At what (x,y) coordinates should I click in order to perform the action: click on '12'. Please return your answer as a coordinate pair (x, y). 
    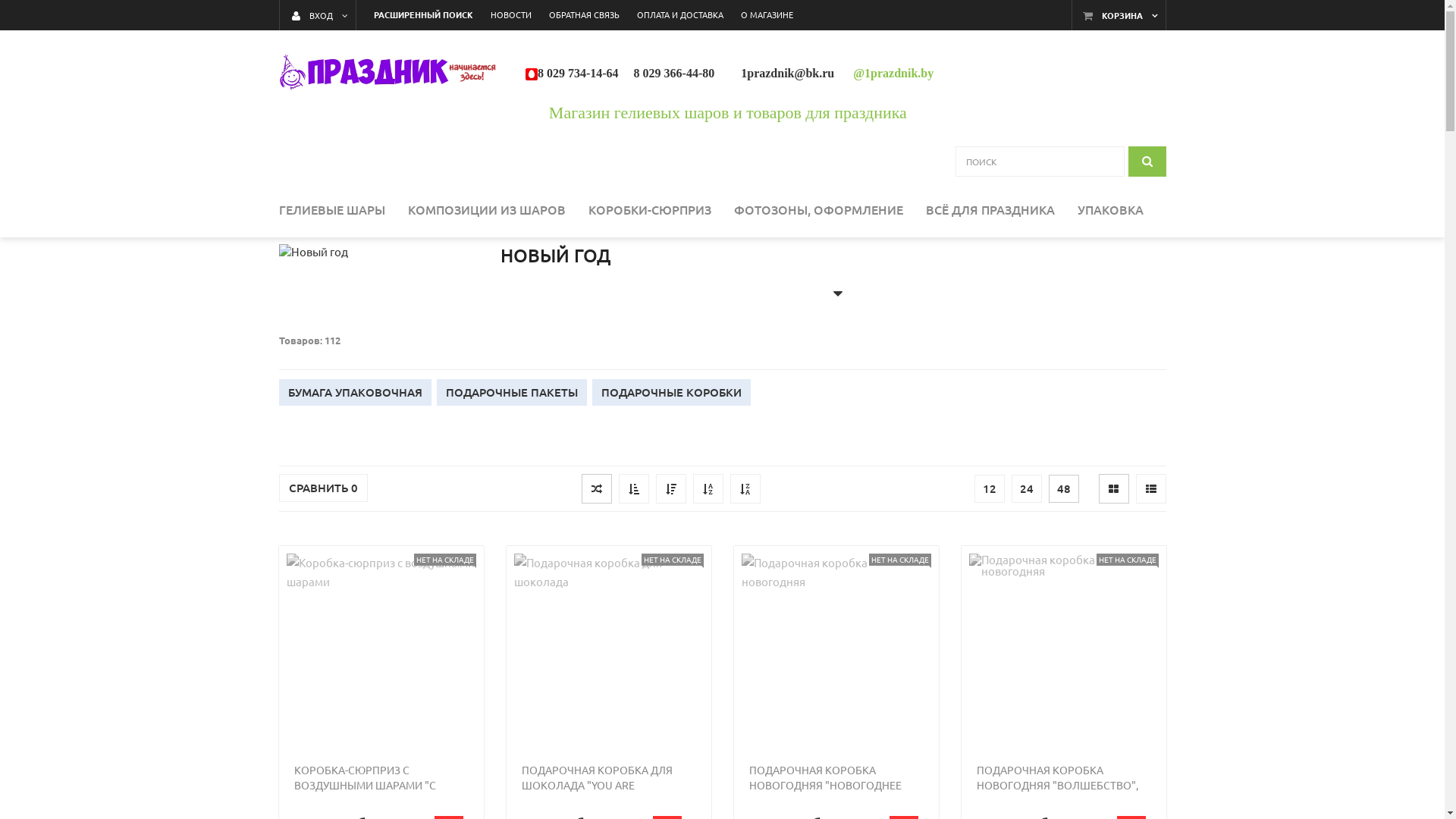
    Looking at the image, I should click on (973, 488).